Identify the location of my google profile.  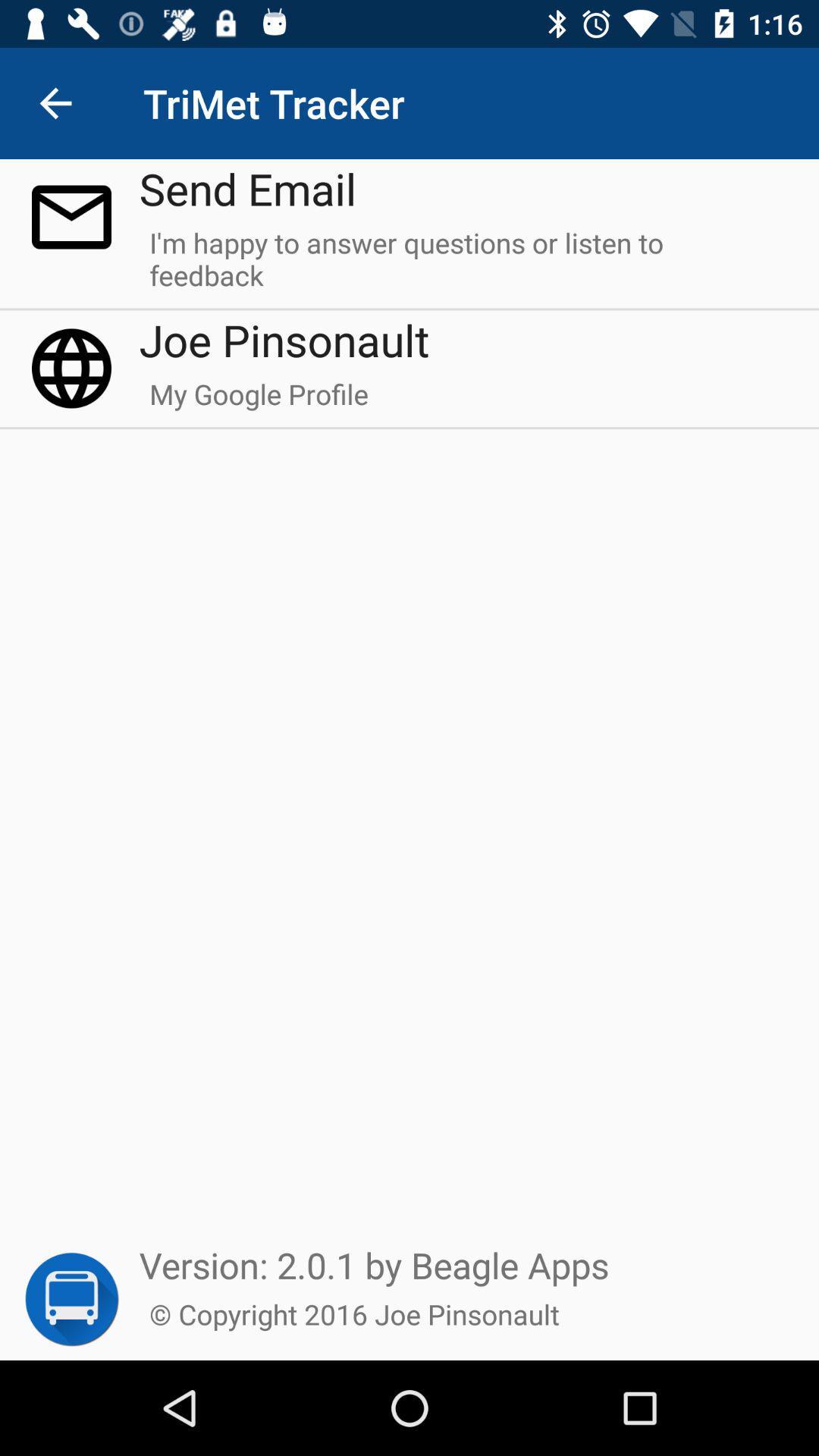
(258, 401).